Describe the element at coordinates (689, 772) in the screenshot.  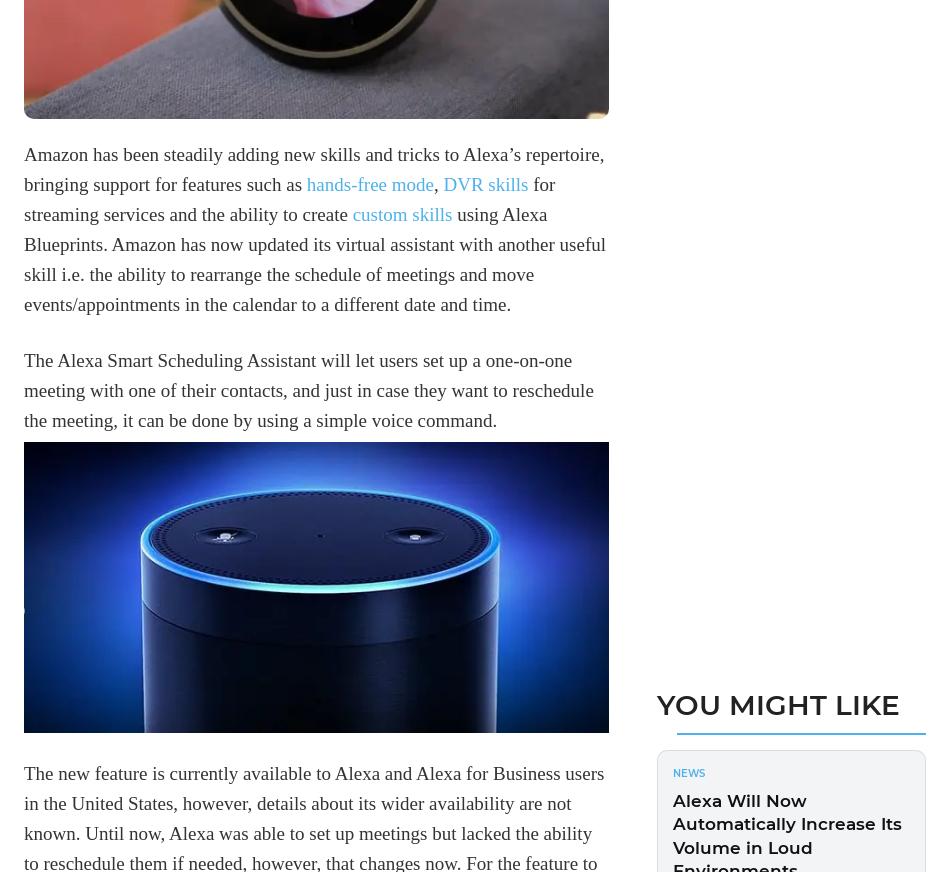
I see `'News'` at that location.